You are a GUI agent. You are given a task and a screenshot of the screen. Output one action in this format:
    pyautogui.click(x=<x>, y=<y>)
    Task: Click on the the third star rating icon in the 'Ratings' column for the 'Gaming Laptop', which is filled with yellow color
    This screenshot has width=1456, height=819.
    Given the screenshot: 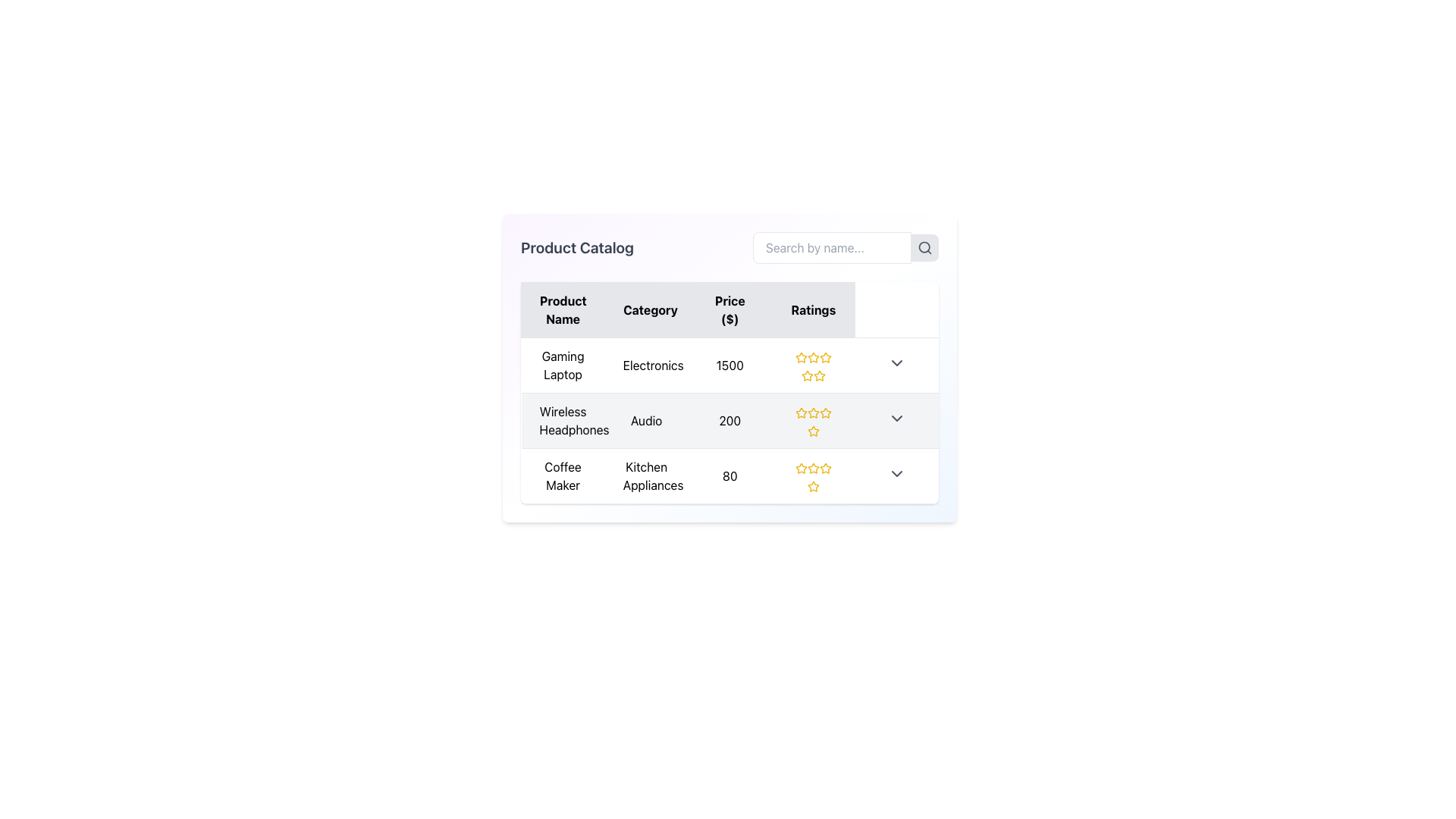 What is the action you would take?
    pyautogui.click(x=806, y=375)
    